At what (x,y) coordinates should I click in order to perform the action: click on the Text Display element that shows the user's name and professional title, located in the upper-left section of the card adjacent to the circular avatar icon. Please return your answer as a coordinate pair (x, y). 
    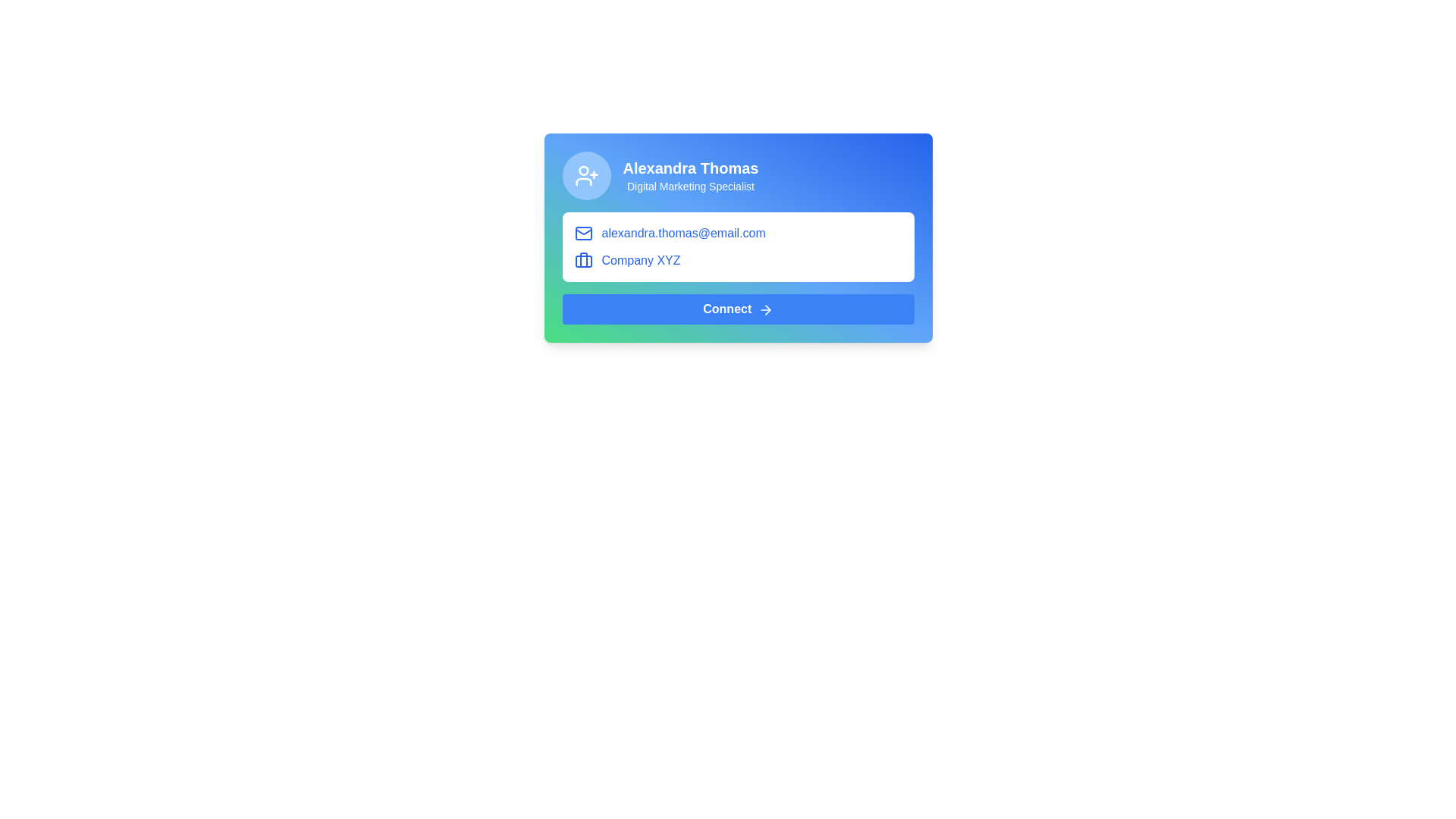
    Looking at the image, I should click on (690, 174).